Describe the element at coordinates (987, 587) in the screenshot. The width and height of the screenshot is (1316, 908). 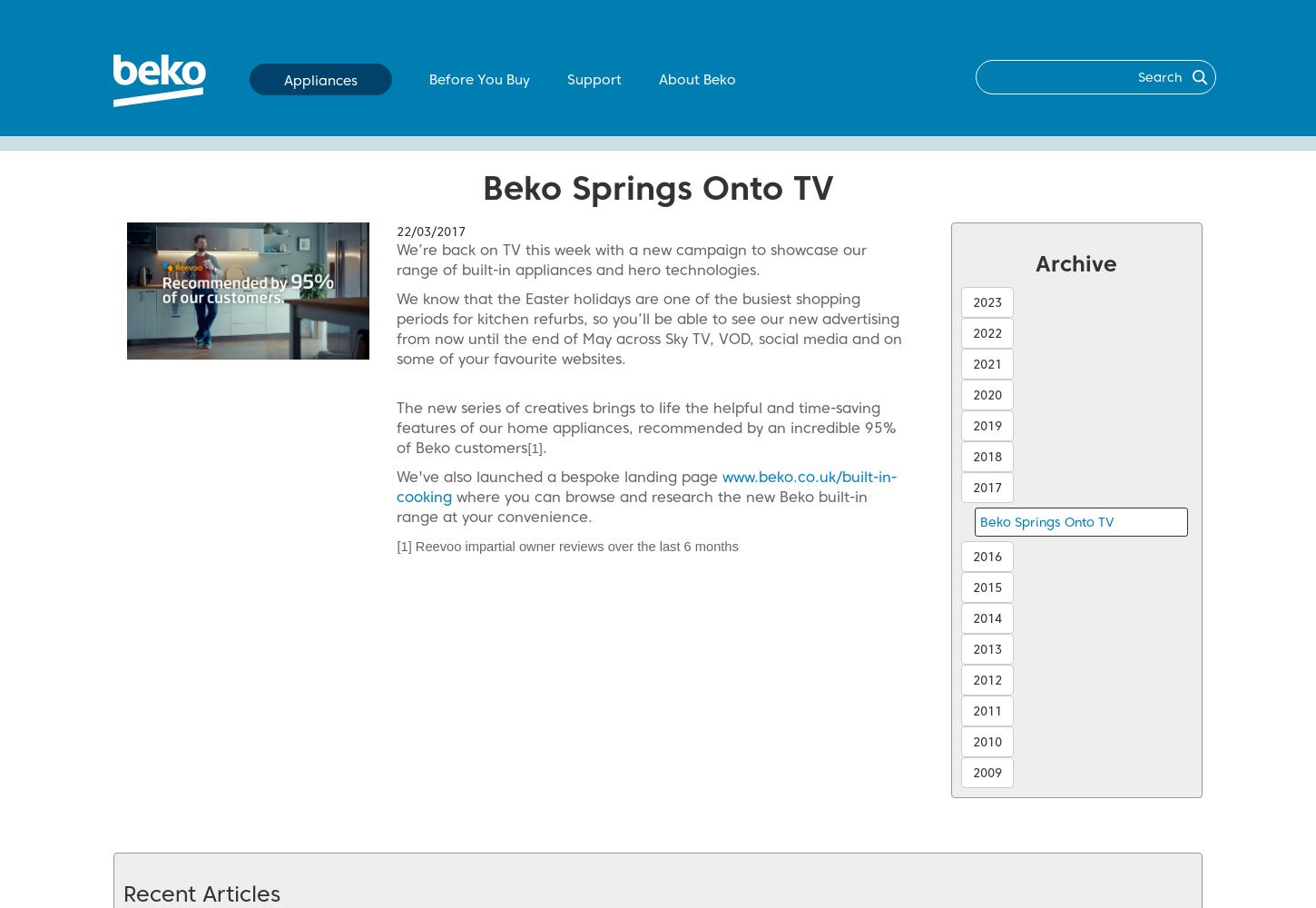
I see `'2015'` at that location.